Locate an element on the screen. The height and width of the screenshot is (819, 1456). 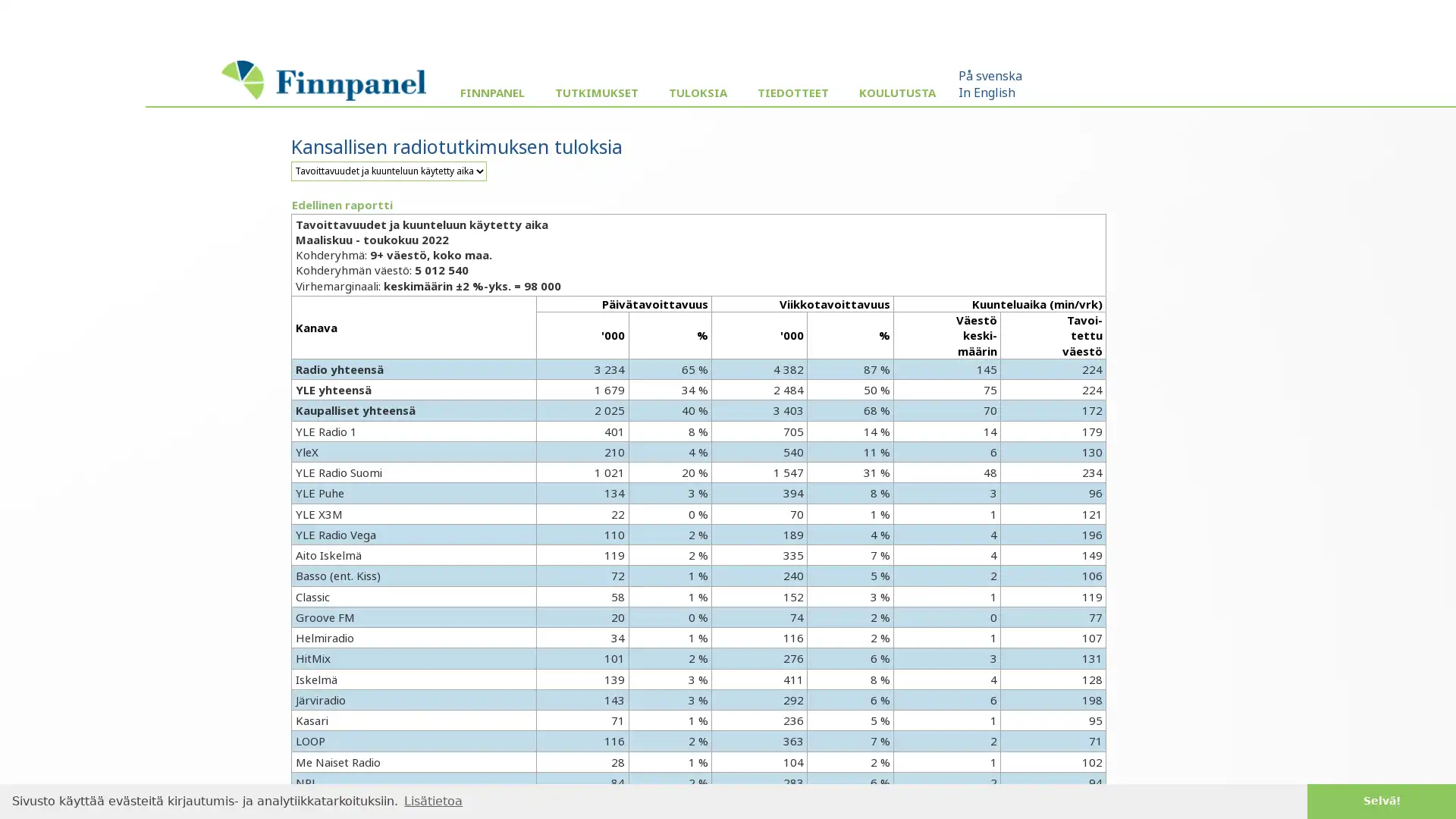
learn more about cookies is located at coordinates (432, 800).